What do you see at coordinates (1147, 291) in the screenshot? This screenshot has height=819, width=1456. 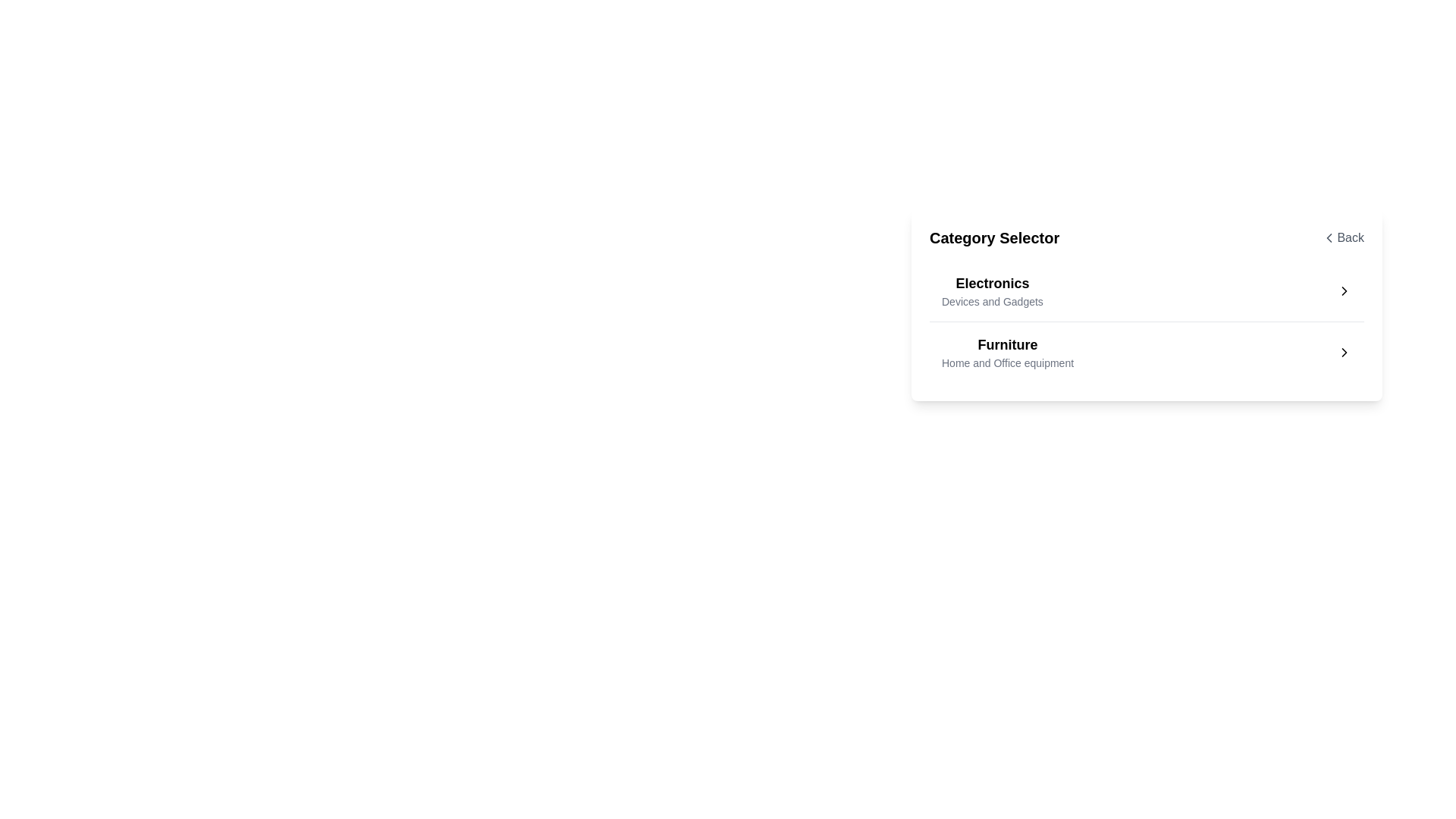 I see `the first list item in the 'Category Selector' titled 'Electronics'` at bounding box center [1147, 291].